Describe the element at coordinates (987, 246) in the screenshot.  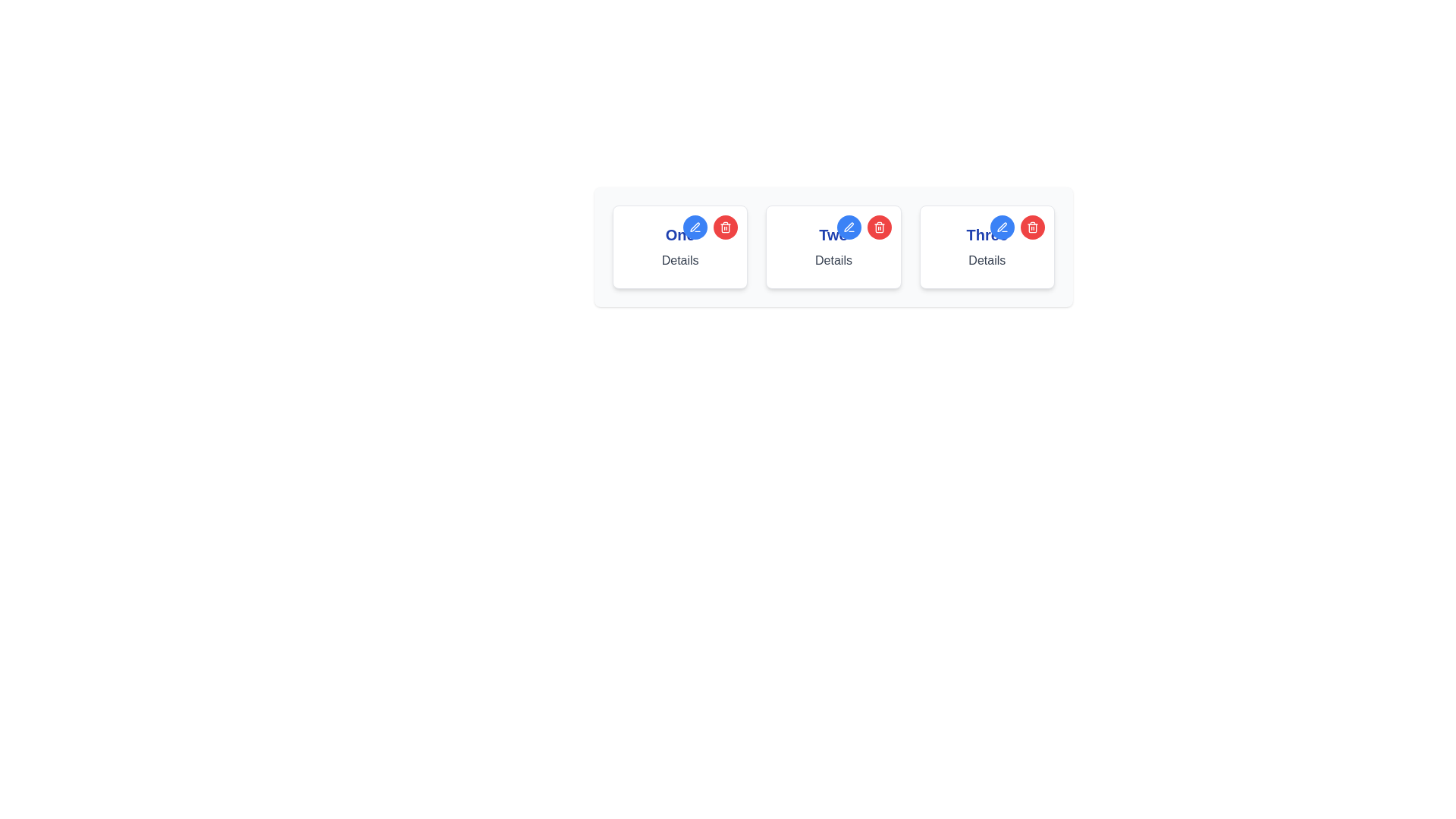
I see `the blue pencil icon located at the top-right corner of the card component labeled 'Three'` at that location.